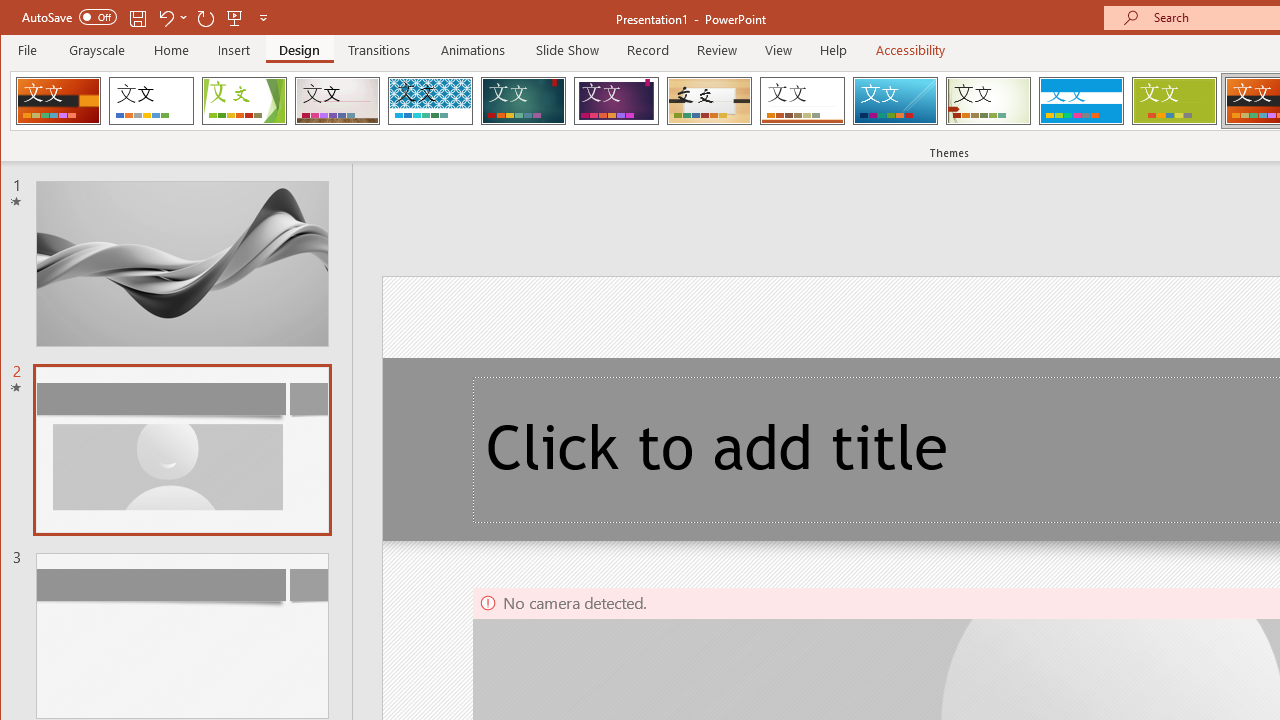 The width and height of the screenshot is (1280, 720). What do you see at coordinates (150, 100) in the screenshot?
I see `'Office Theme'` at bounding box center [150, 100].